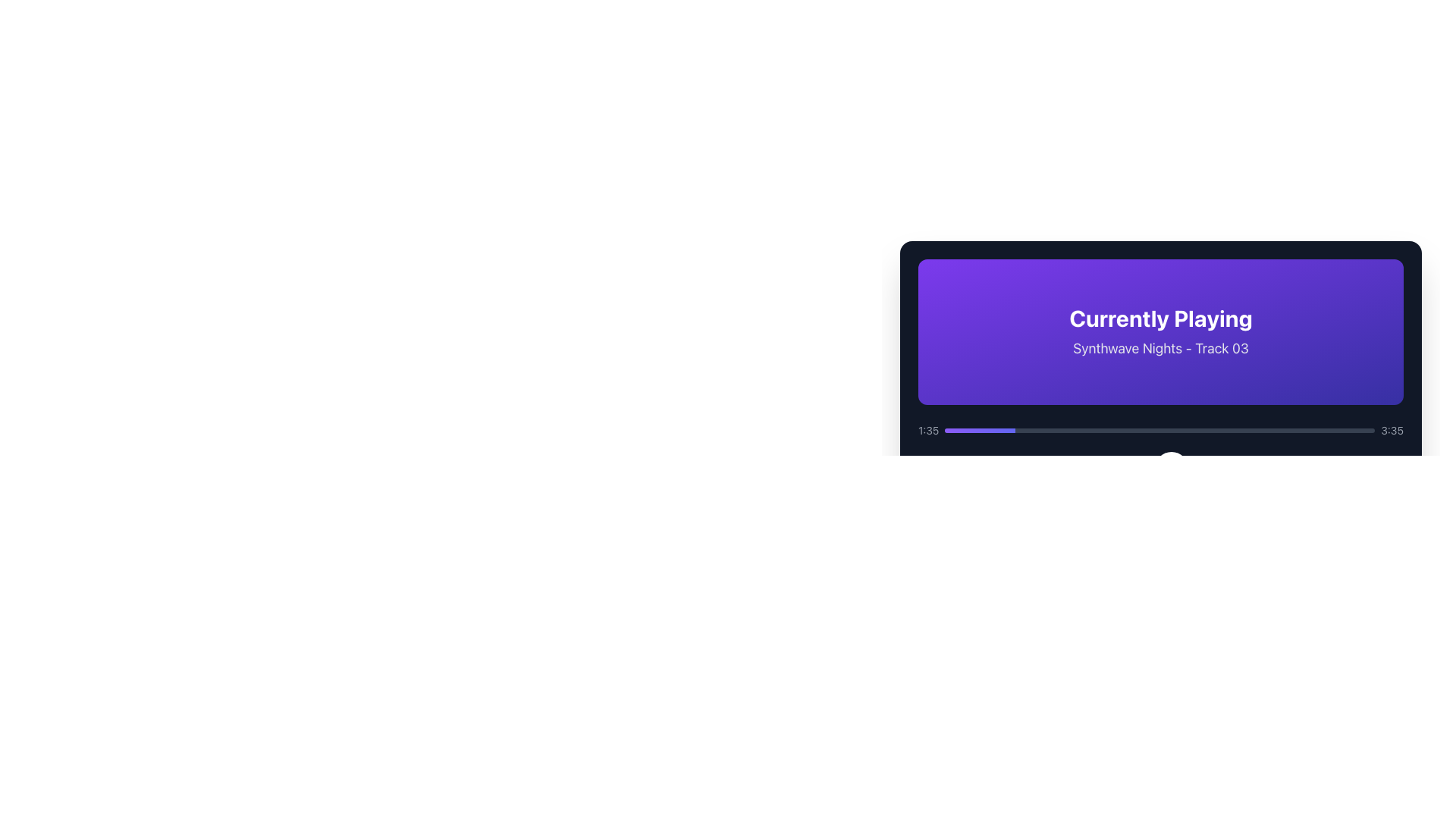 The height and width of the screenshot is (819, 1456). What do you see at coordinates (972, 430) in the screenshot?
I see `the playback position` at bounding box center [972, 430].